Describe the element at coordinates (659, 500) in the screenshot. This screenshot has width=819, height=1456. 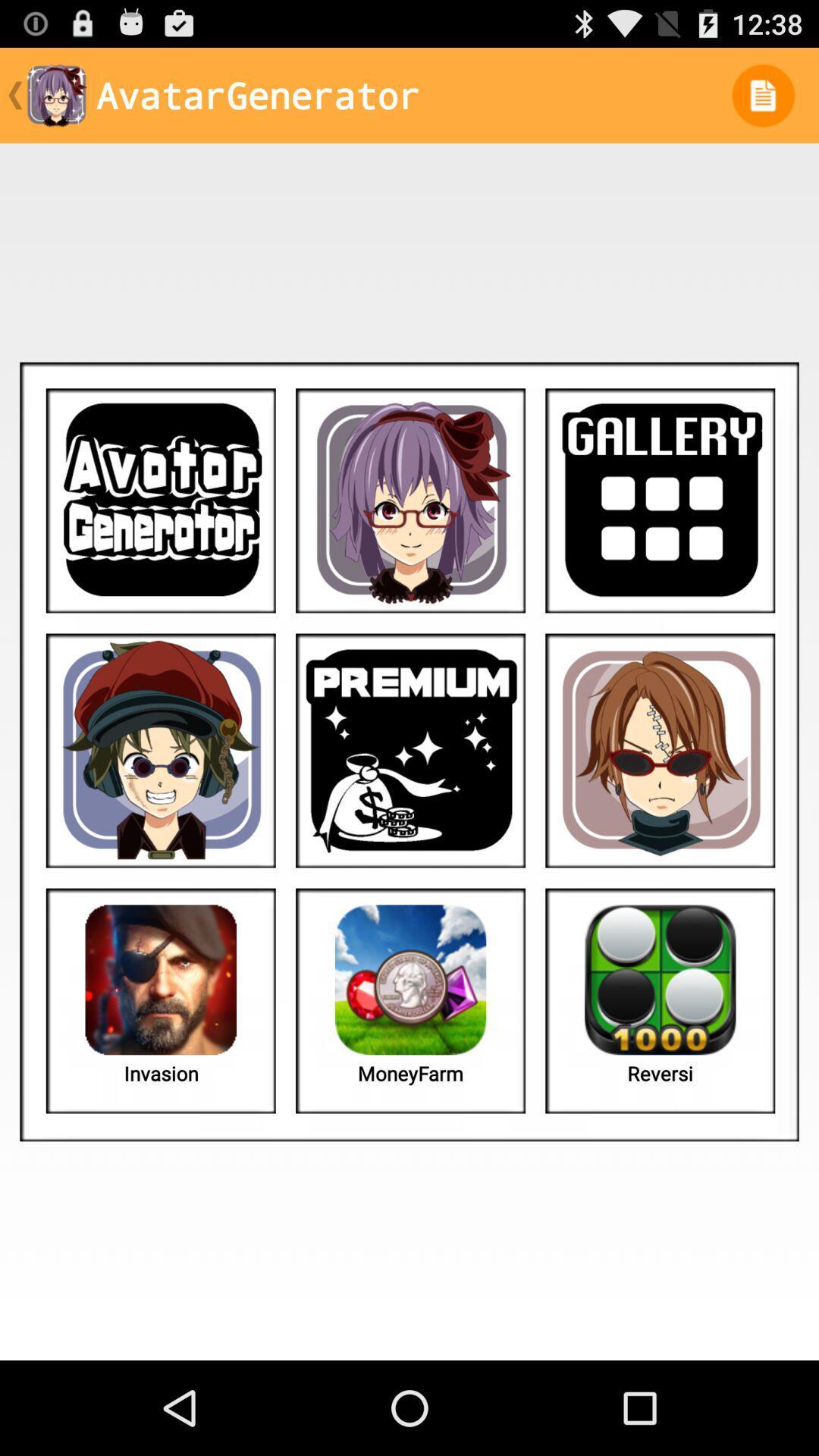
I see `the image` at that location.